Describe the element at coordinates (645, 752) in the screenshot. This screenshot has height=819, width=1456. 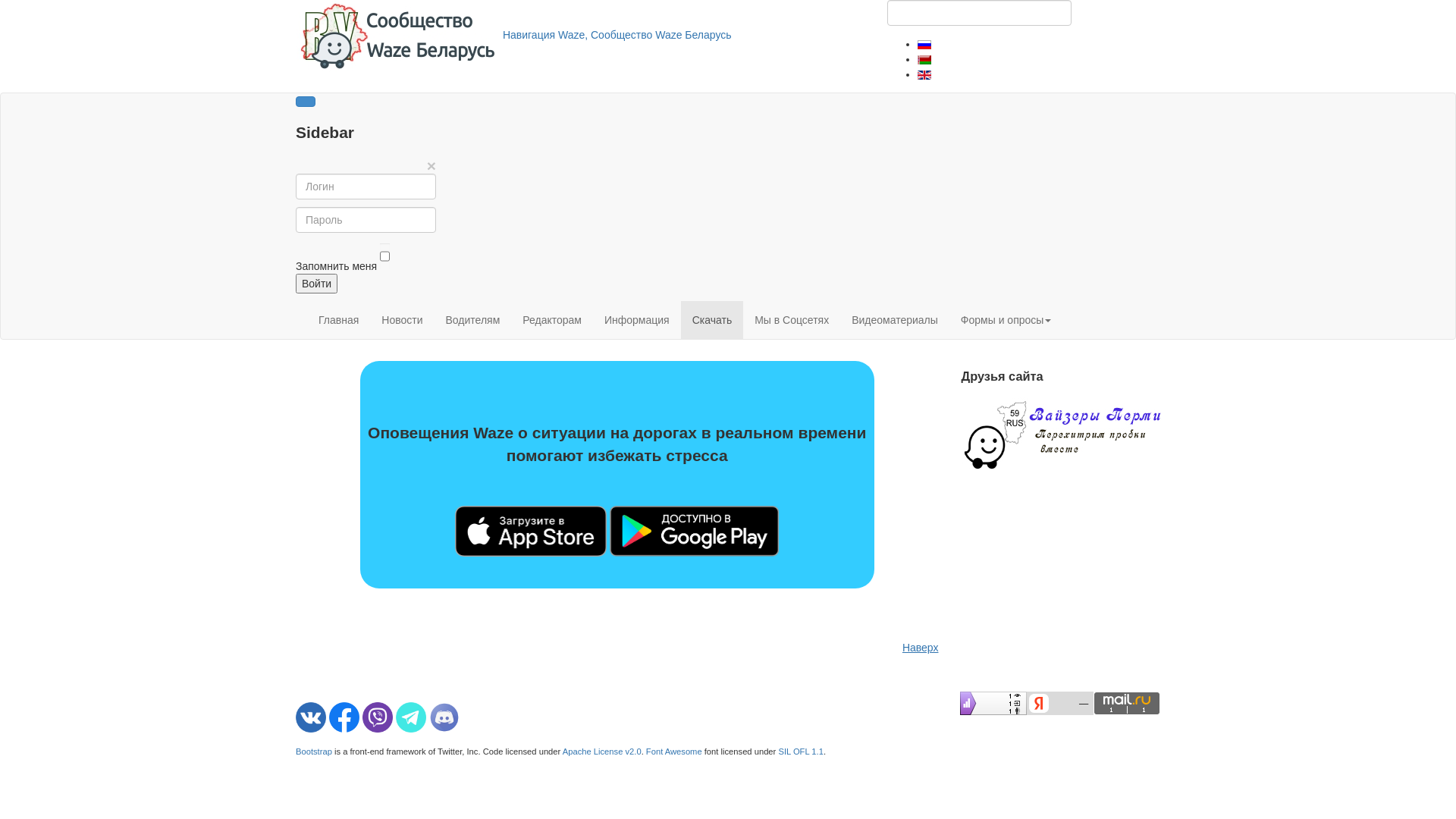
I see `'Font Awesome'` at that location.